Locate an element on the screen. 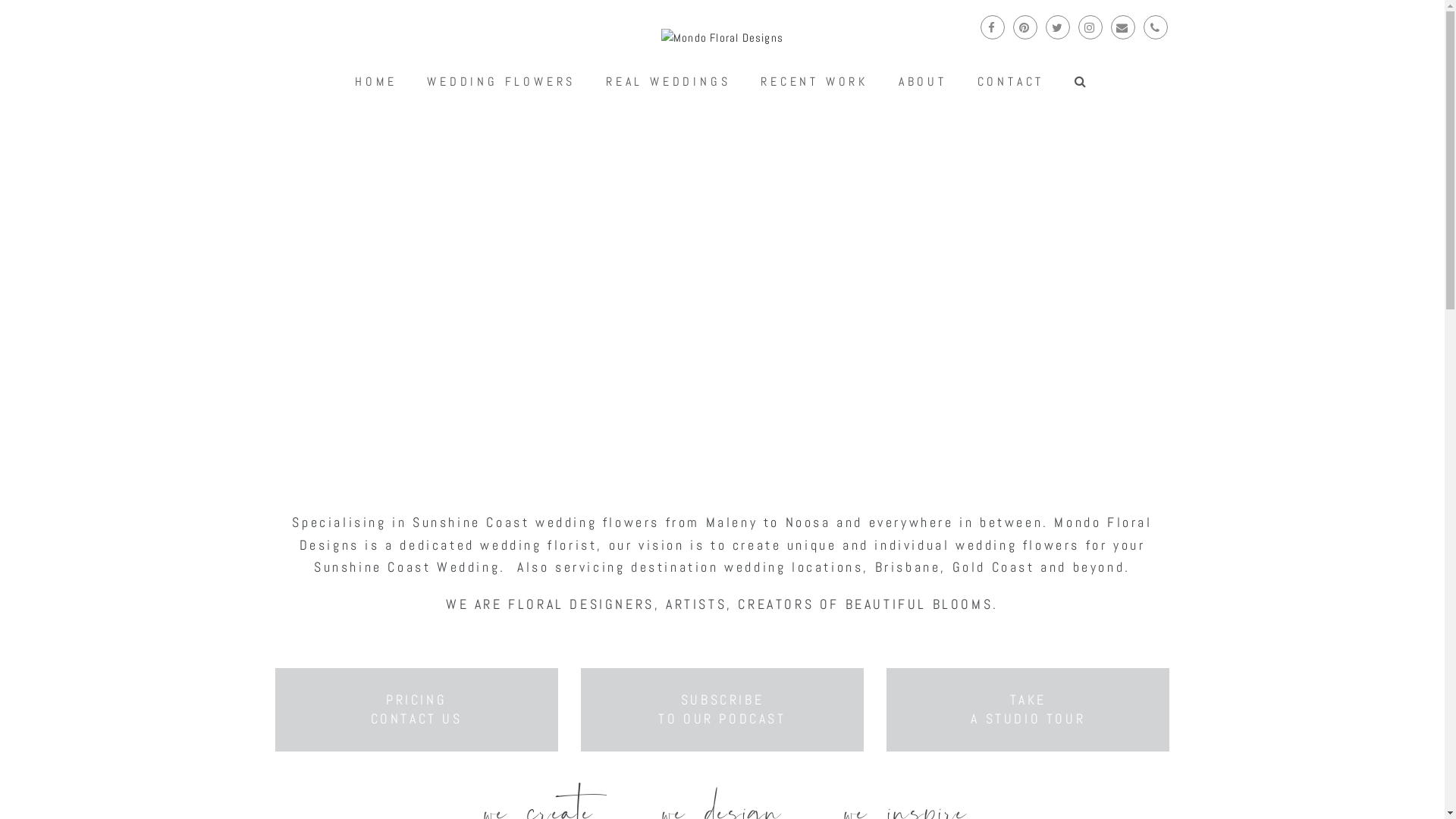 Image resolution: width=1456 pixels, height=819 pixels. 'Phone' is located at coordinates (1154, 27).